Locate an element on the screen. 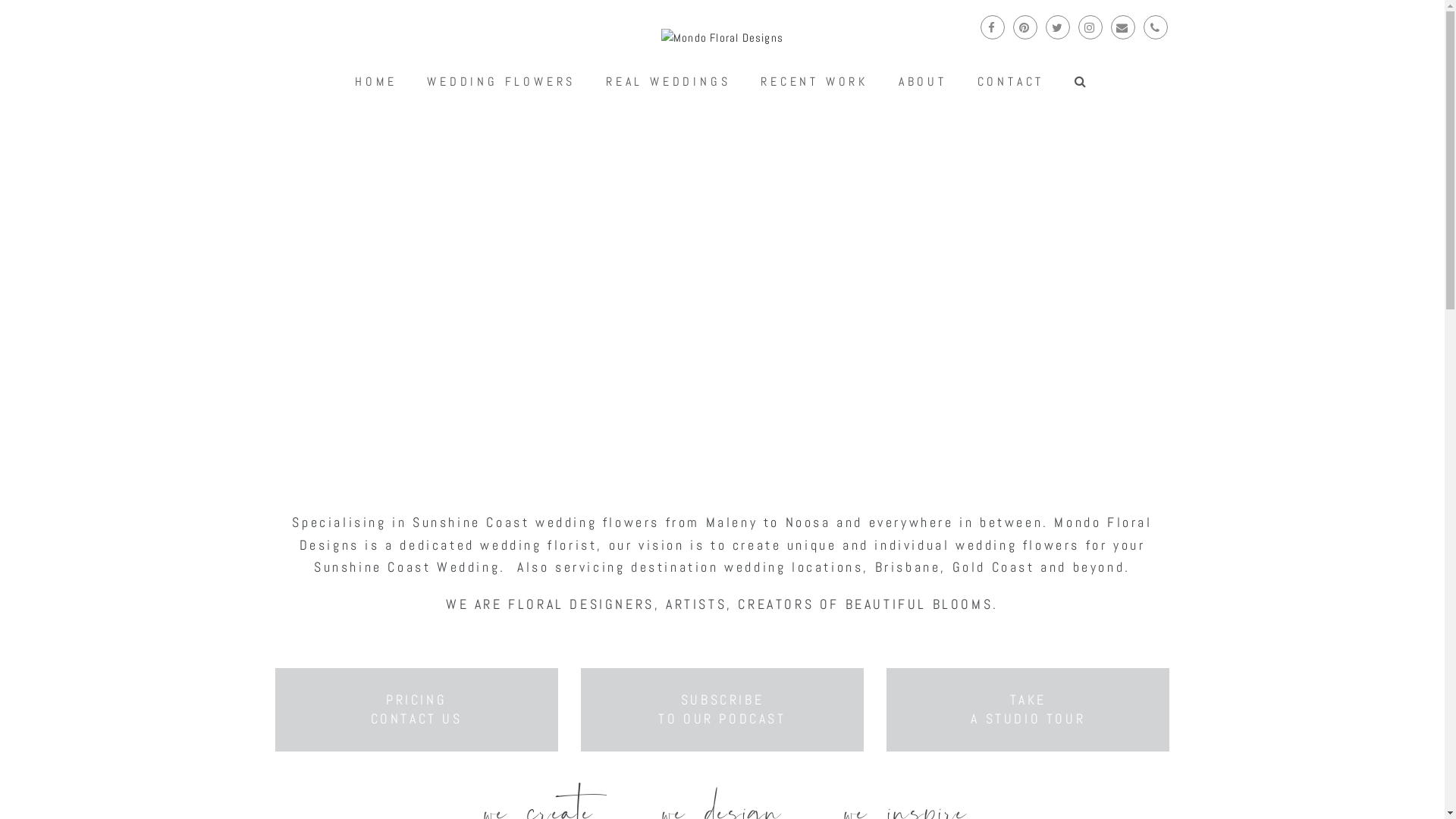 Image resolution: width=1456 pixels, height=819 pixels. 'Phone' is located at coordinates (1154, 27).